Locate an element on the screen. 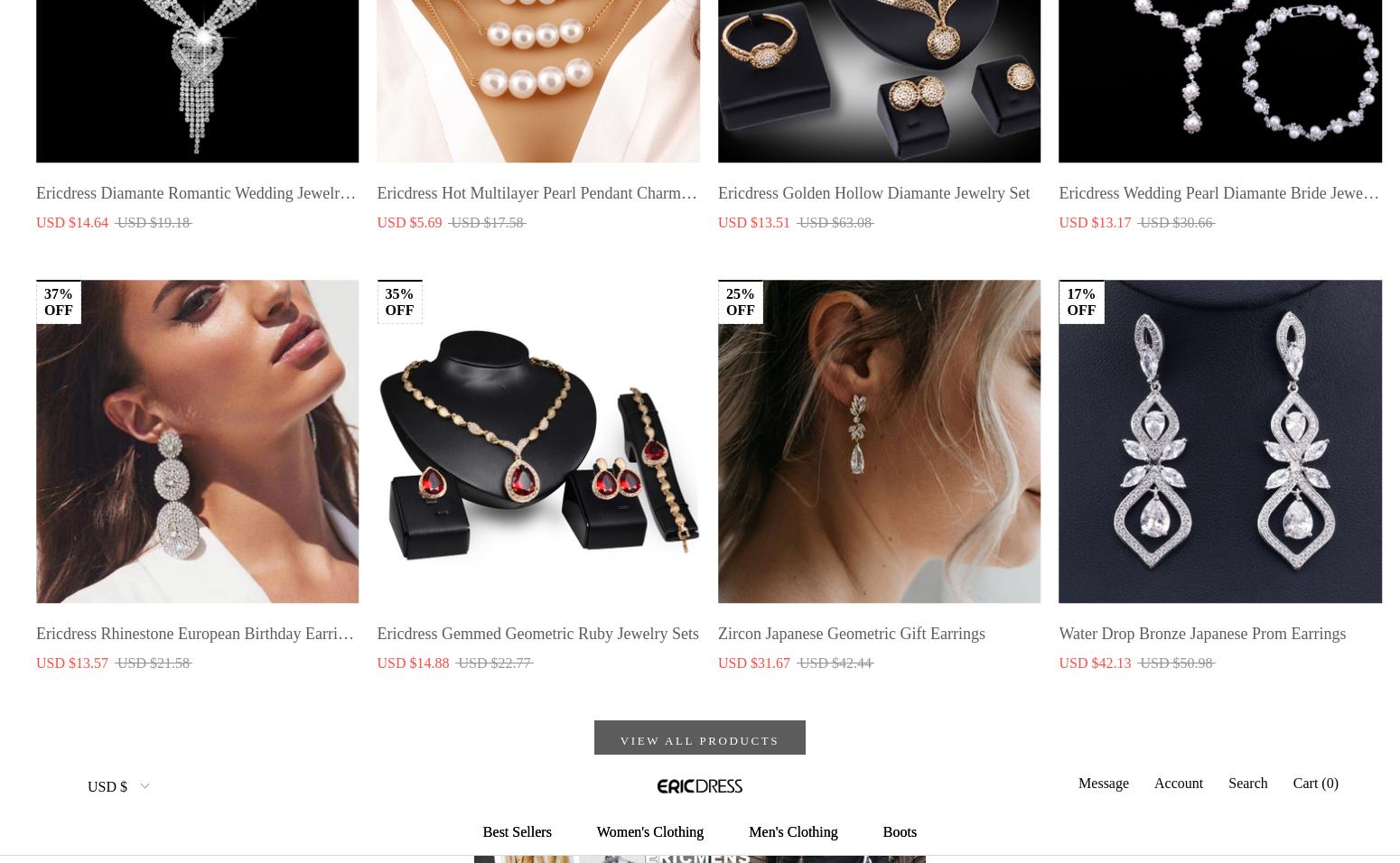 The width and height of the screenshot is (1400, 863). 'Get more exclusive offers !' is located at coordinates (124, 709).